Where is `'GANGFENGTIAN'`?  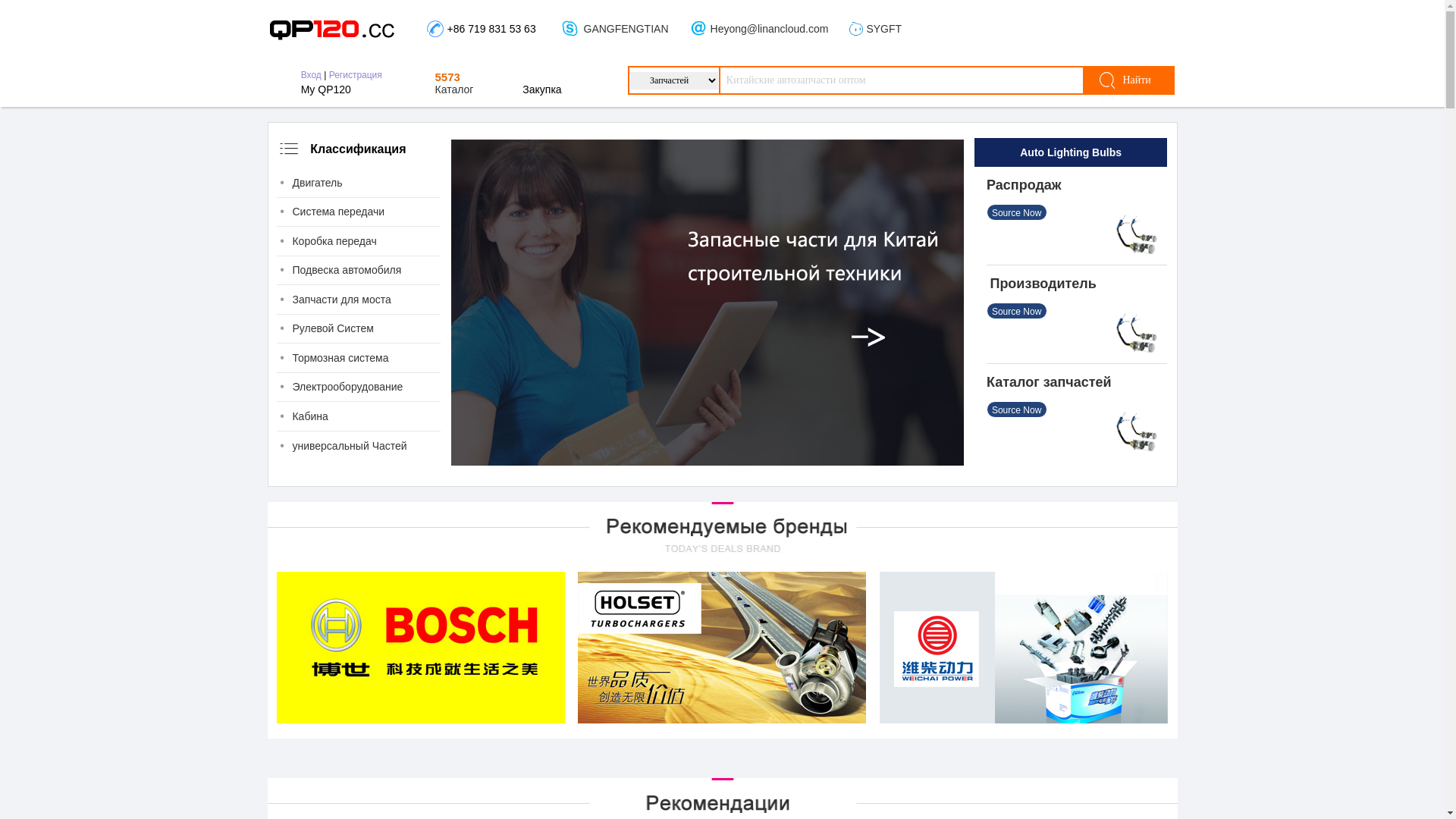 'GANGFENGTIAN' is located at coordinates (582, 29).